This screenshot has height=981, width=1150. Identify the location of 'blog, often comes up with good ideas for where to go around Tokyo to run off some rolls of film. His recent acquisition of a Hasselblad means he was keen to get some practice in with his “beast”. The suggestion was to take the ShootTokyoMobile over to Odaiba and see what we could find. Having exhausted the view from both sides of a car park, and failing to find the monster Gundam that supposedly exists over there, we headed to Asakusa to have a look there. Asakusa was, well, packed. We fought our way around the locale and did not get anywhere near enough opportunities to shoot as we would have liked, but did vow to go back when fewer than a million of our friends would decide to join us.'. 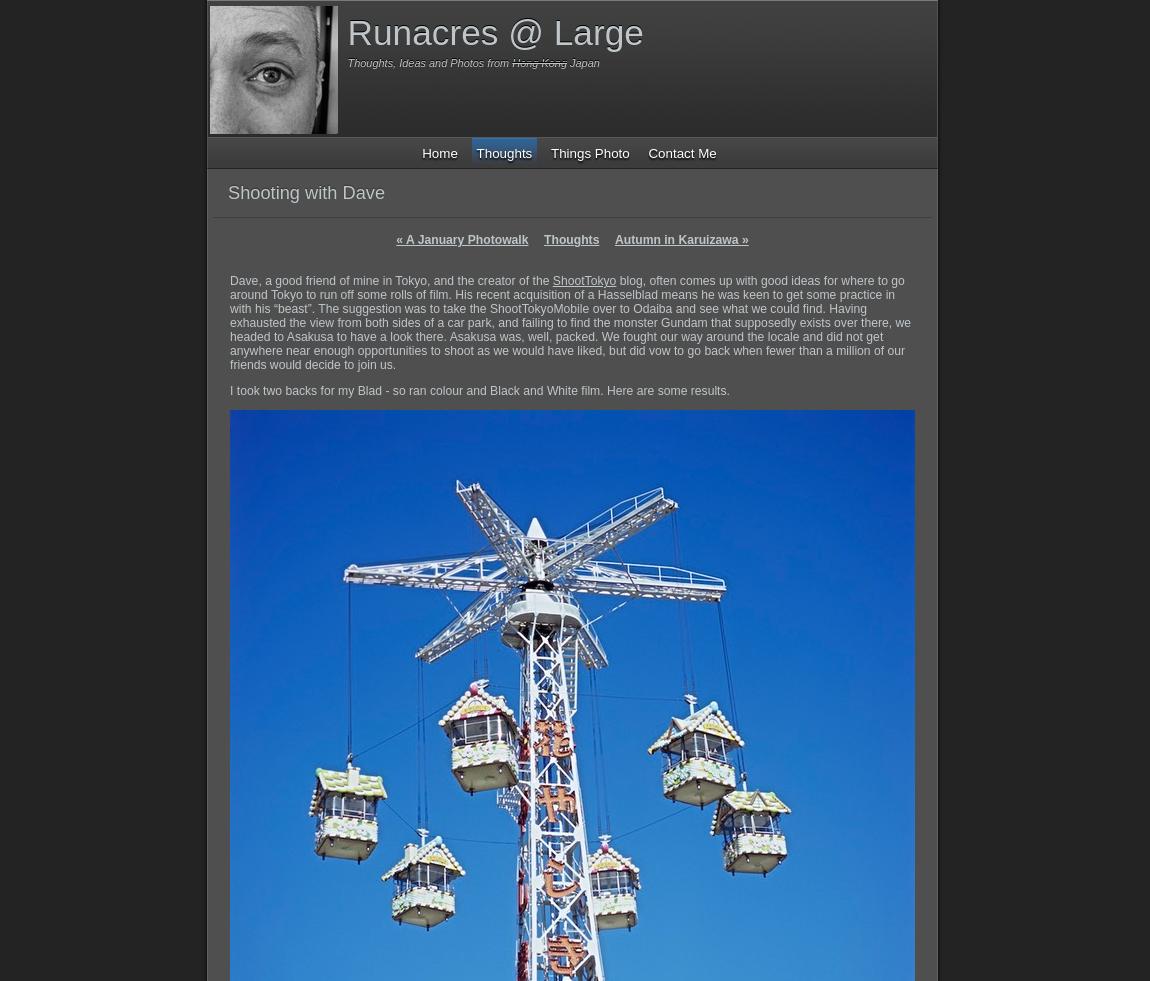
(570, 322).